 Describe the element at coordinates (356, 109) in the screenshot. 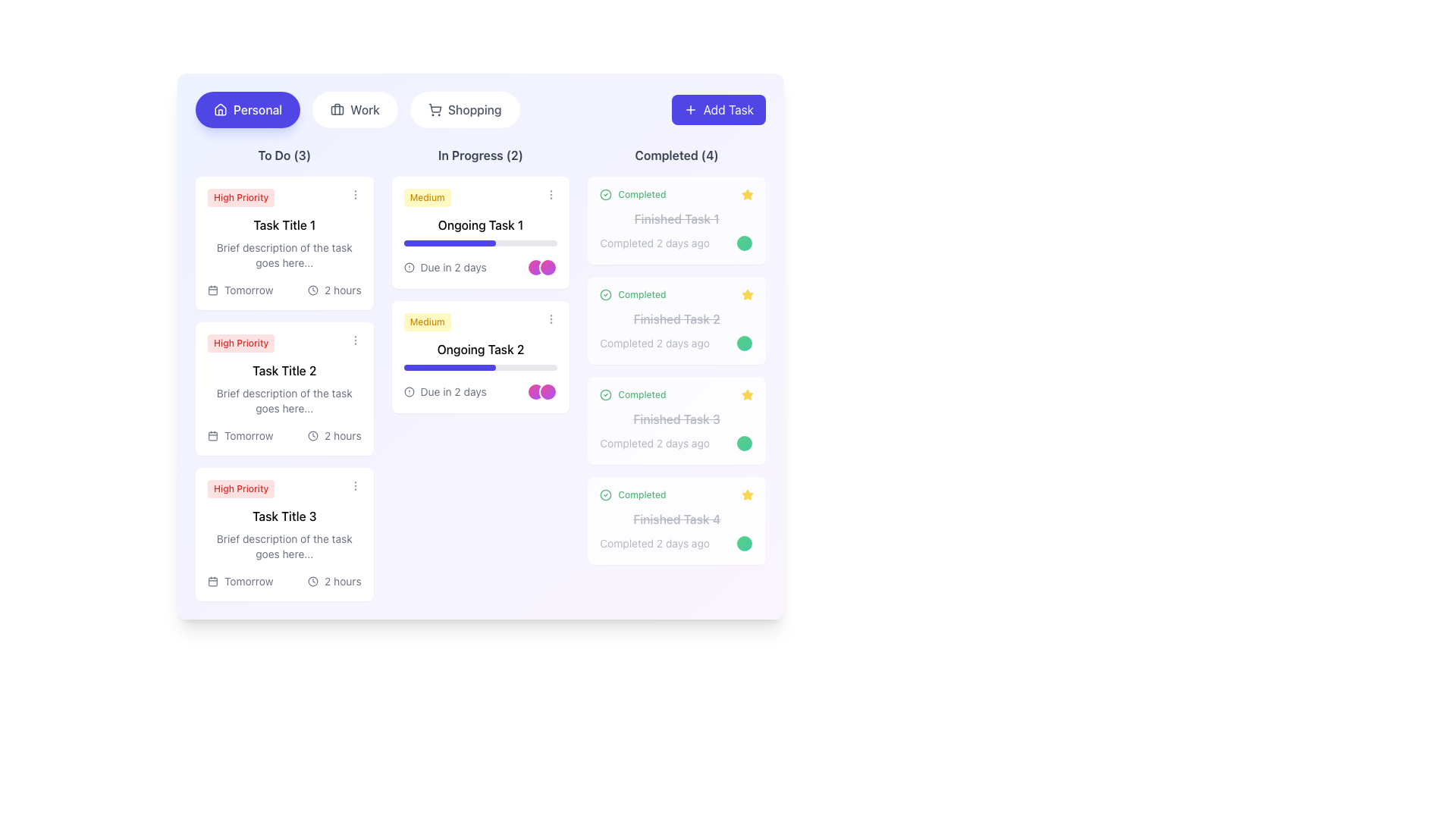

I see `the 'Work' tab in the Tab navigation interface` at that location.